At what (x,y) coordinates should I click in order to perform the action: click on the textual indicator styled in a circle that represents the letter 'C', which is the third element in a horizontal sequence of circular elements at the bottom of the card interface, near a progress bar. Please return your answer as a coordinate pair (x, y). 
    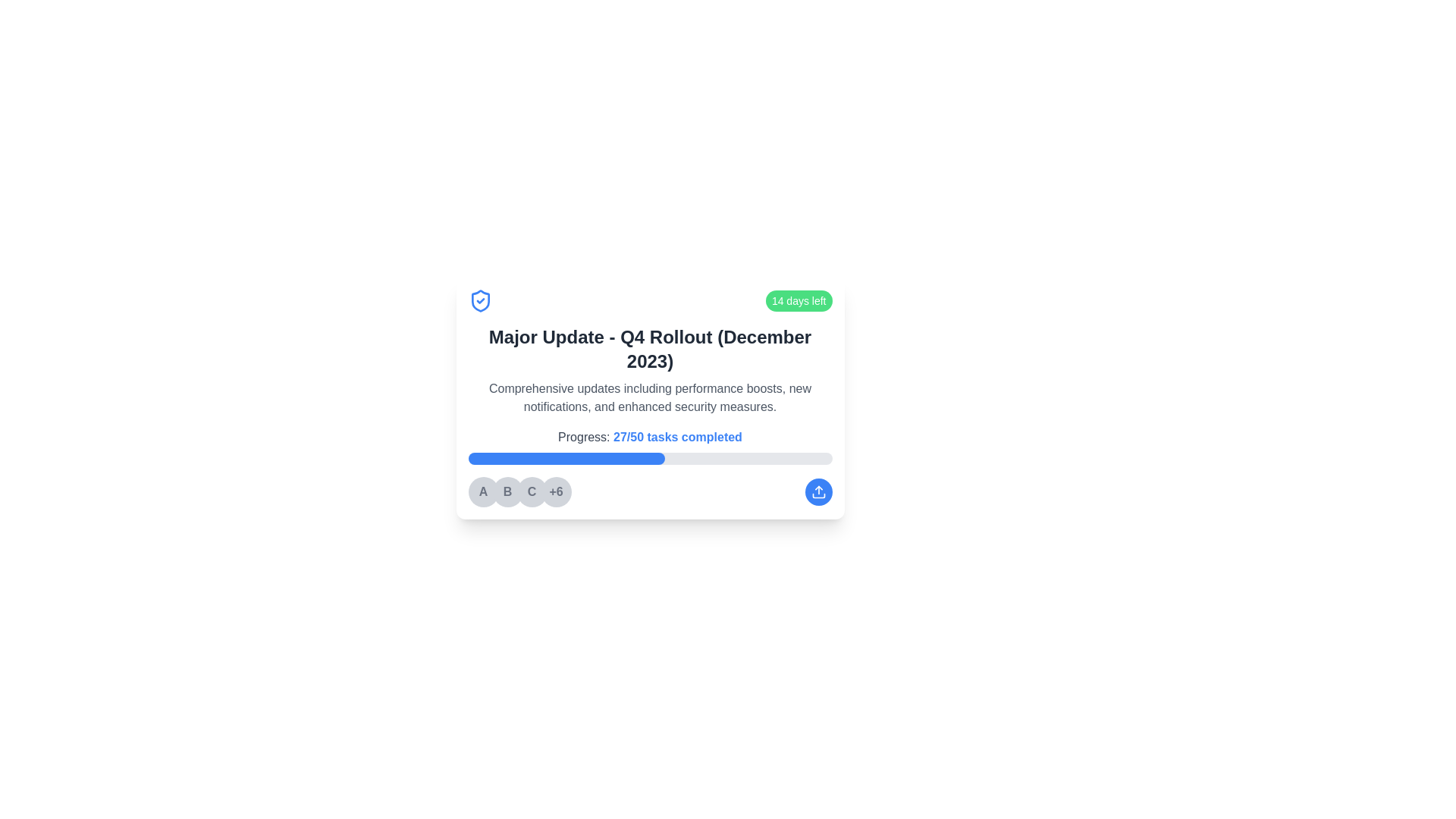
    Looking at the image, I should click on (532, 491).